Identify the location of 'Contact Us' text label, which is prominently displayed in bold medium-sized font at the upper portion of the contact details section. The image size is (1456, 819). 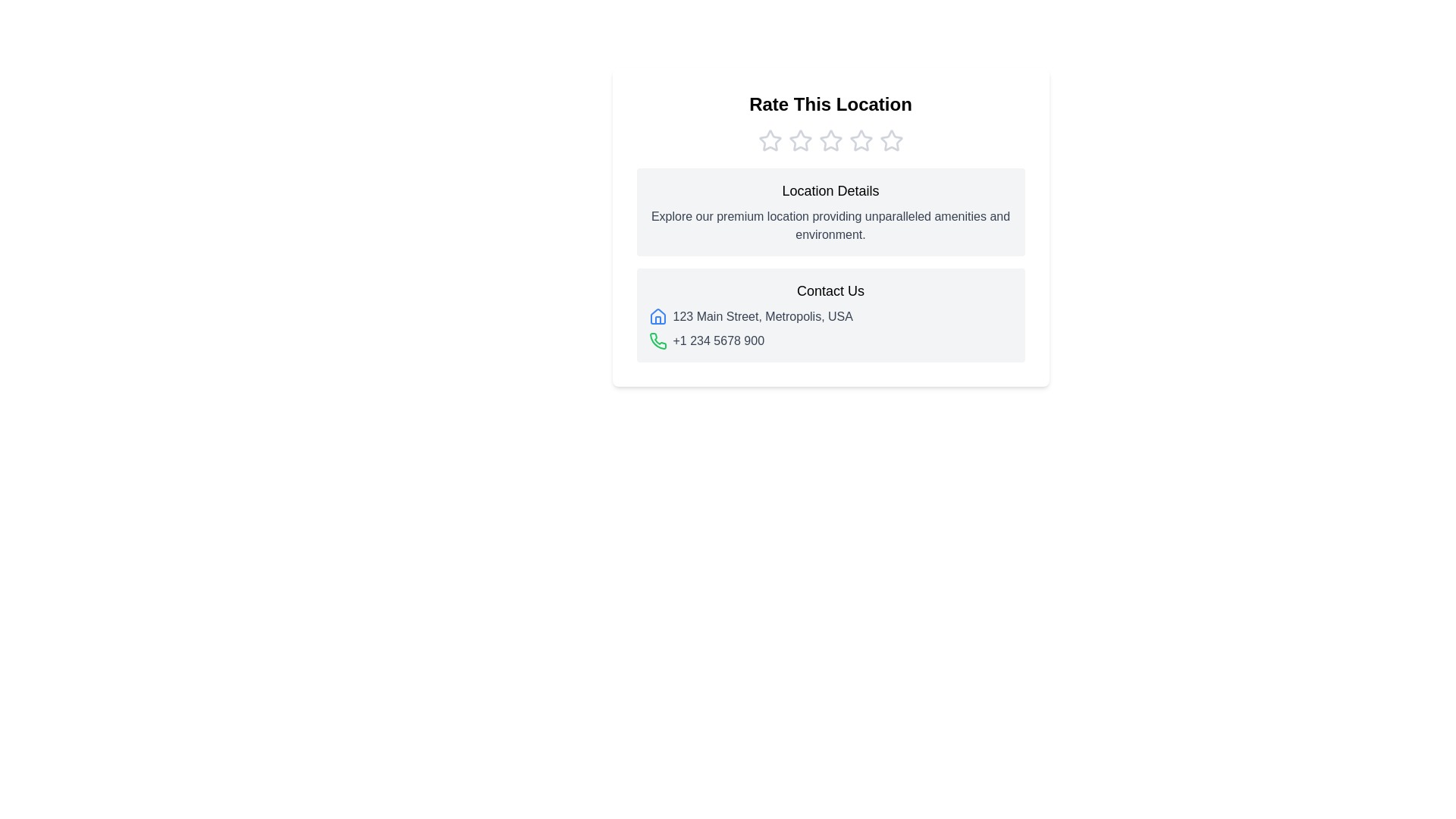
(830, 291).